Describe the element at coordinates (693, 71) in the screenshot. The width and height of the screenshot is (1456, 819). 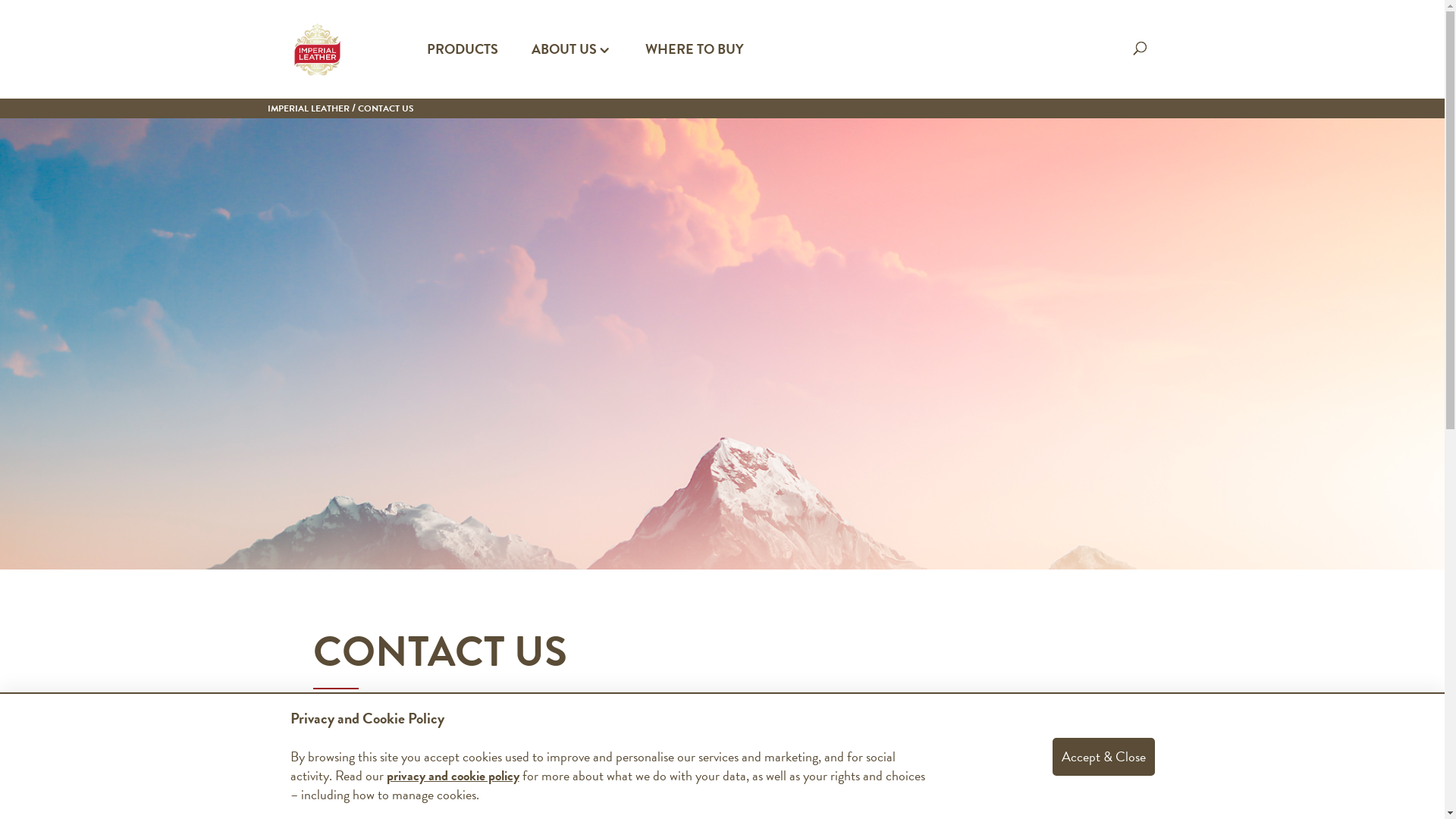
I see `'WHERE TO BUY'` at that location.